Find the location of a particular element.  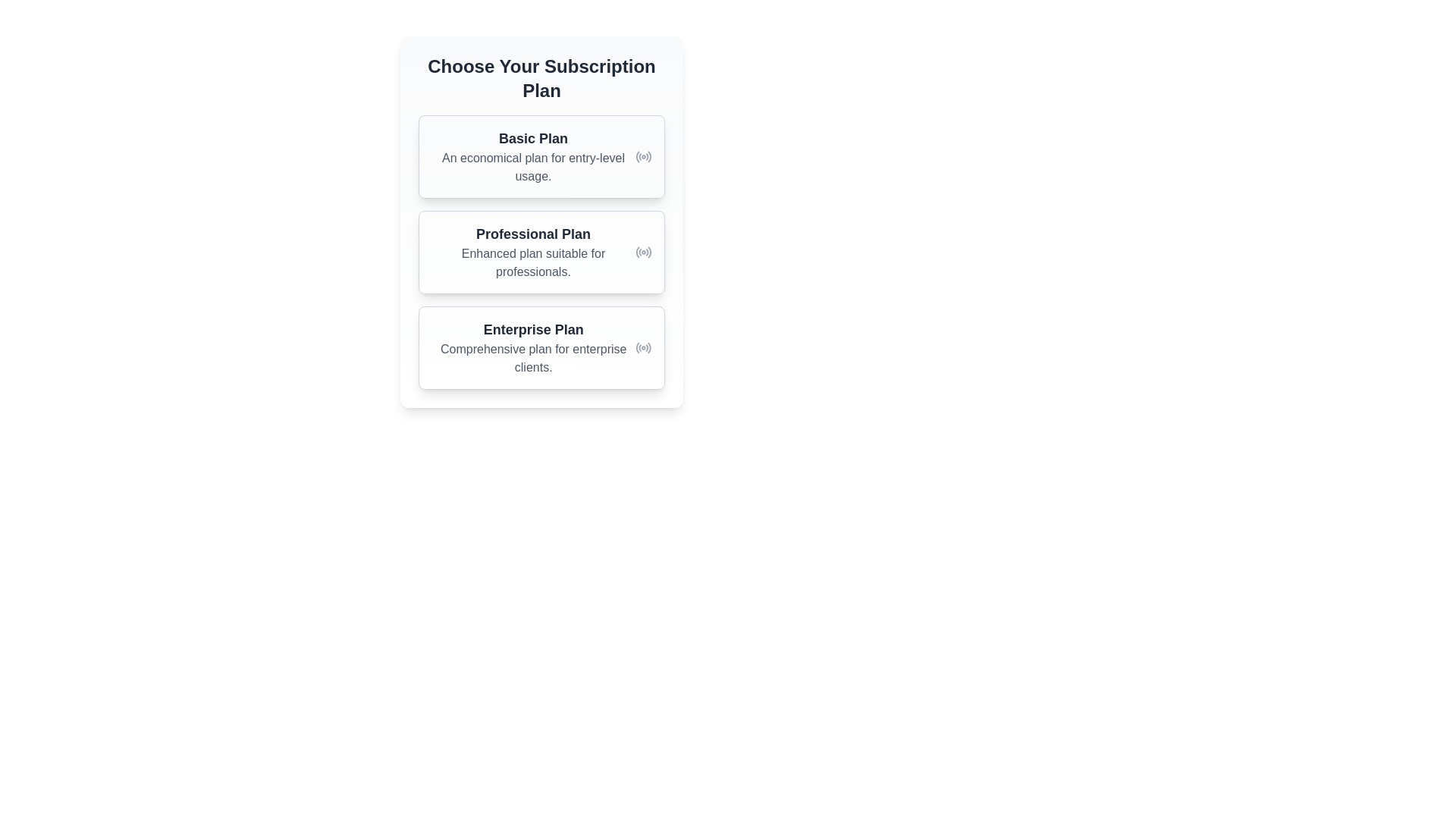

the indicative icon representing the 'Basic Plan' subscription option, located to the right of the 'Basic Plan' text and description is located at coordinates (644, 157).